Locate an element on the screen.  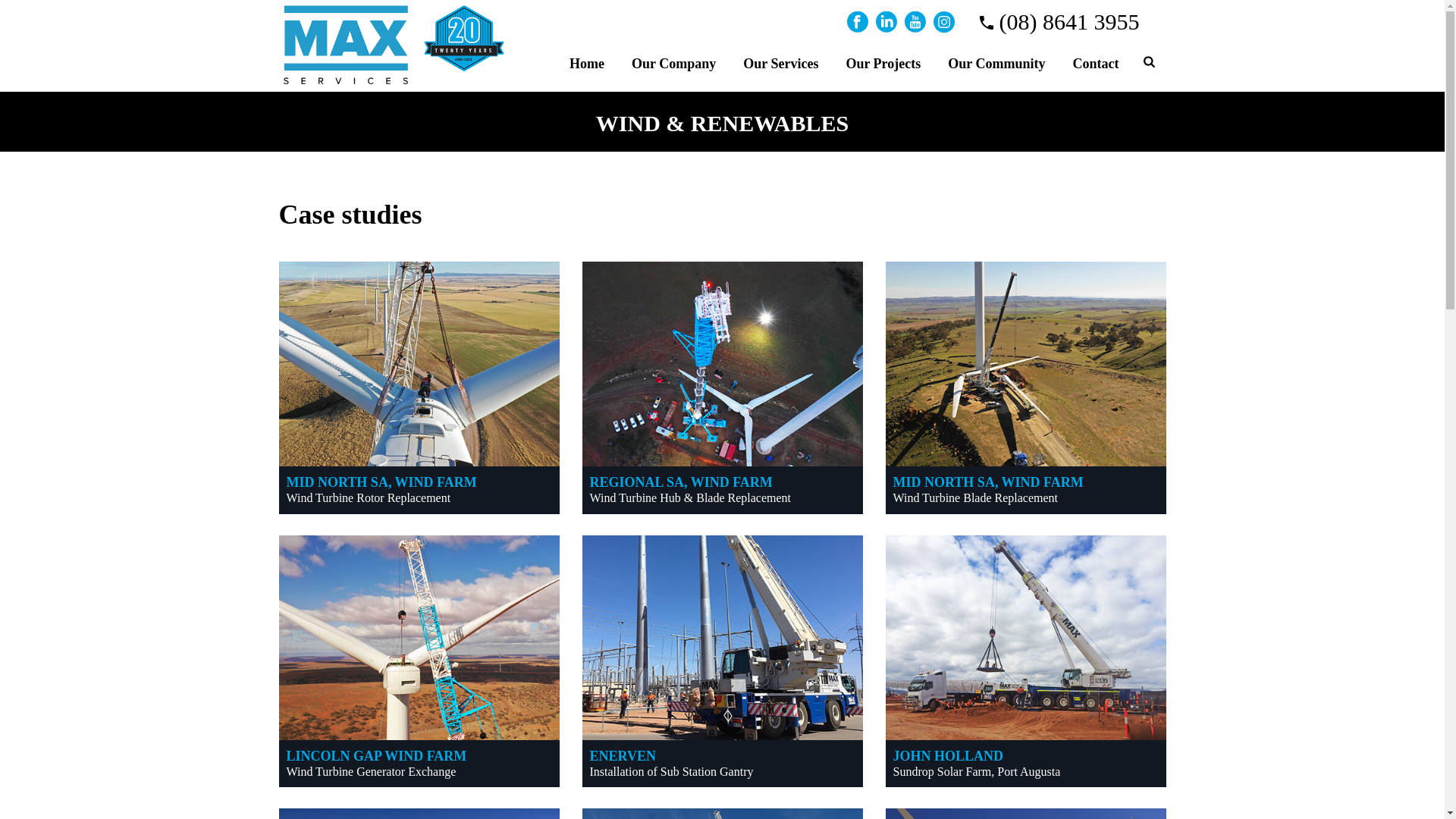
'Wind Turbine Rotor Replacement' is located at coordinates (369, 497).